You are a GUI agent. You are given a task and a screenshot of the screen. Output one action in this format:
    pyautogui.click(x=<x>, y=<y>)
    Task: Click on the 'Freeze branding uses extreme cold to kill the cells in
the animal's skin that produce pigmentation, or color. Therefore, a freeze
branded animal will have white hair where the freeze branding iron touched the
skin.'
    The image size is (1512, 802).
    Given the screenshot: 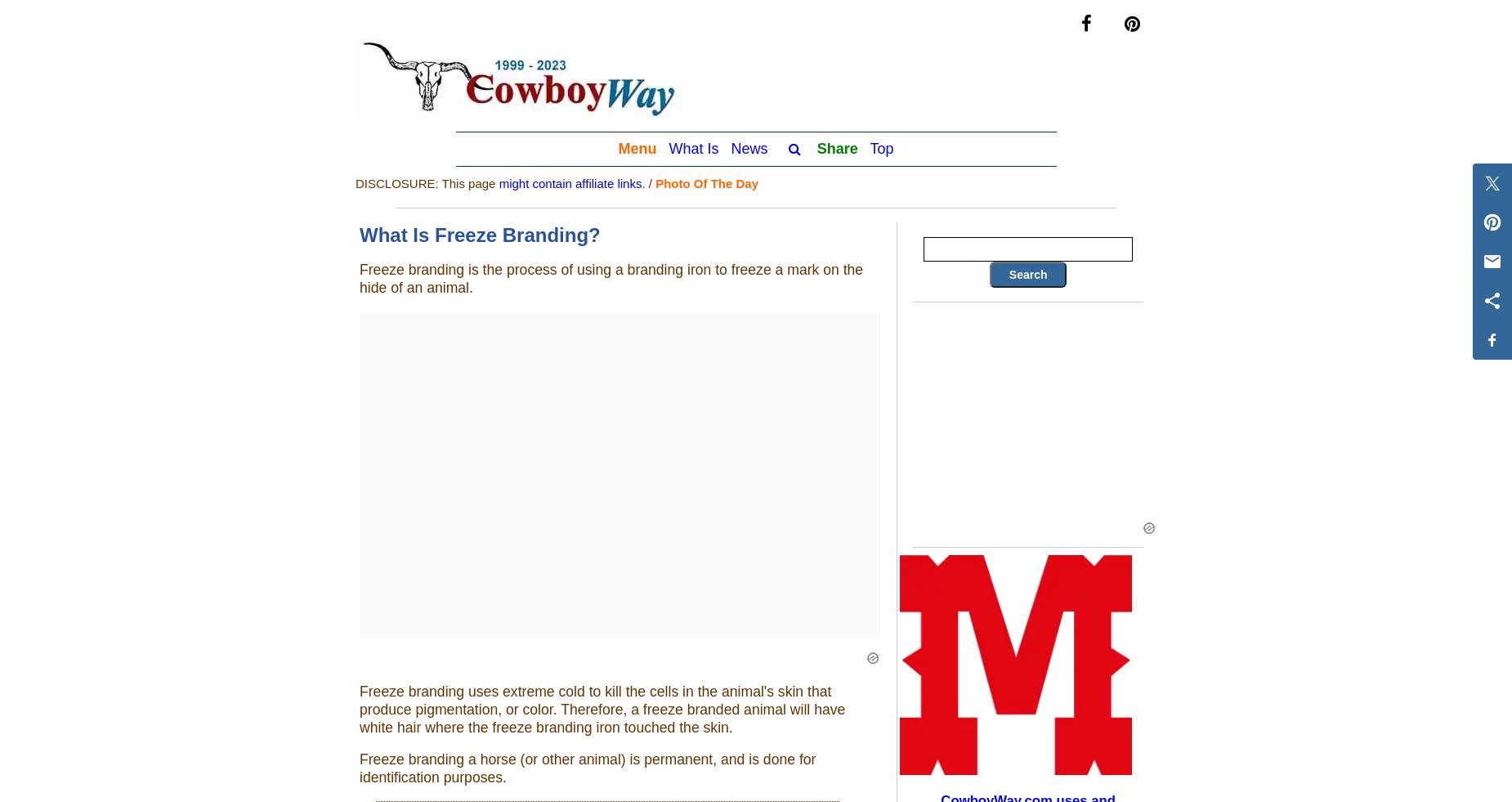 What is the action you would take?
    pyautogui.click(x=358, y=709)
    